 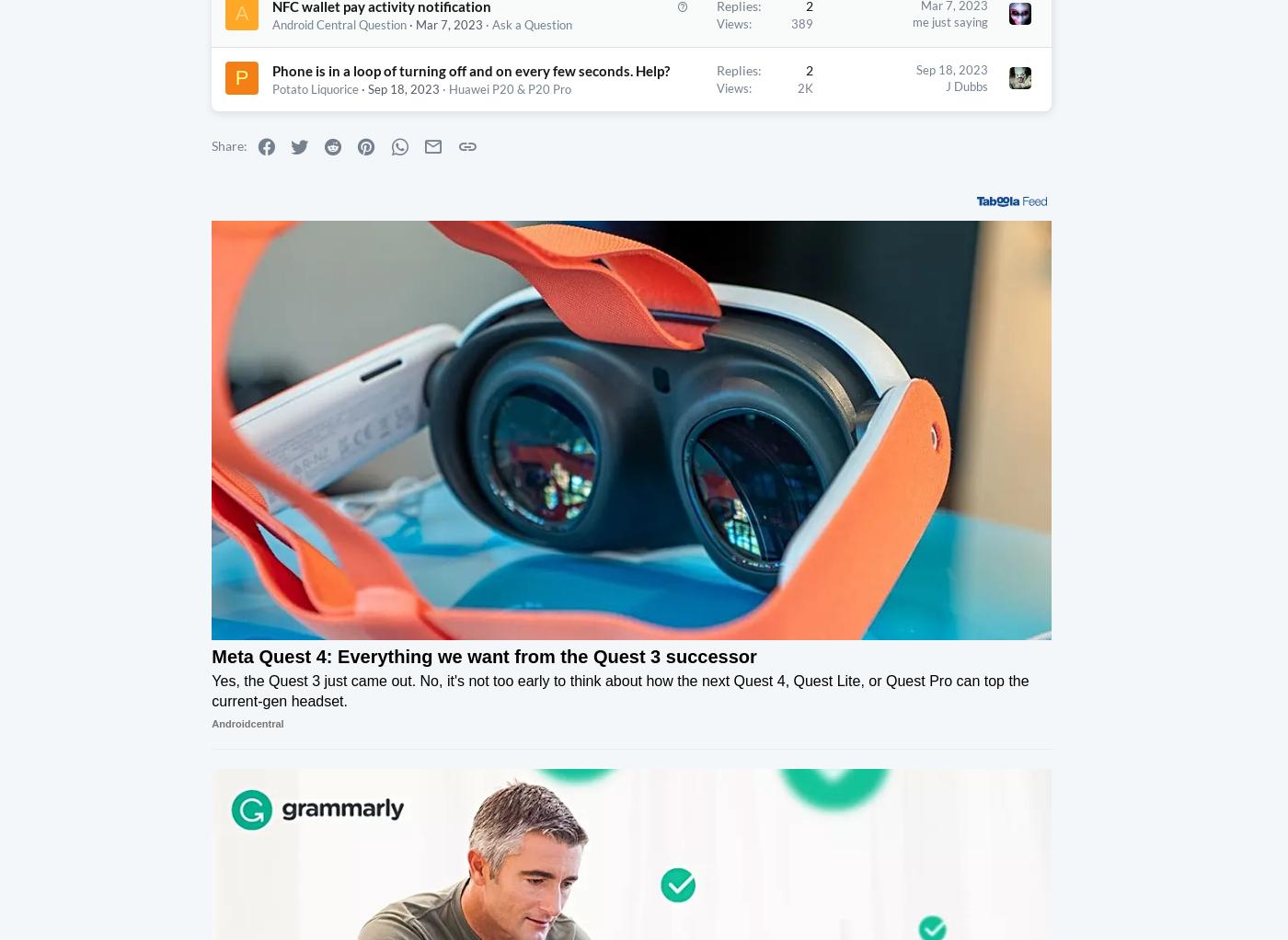 What do you see at coordinates (1246, 353) in the screenshot?
I see `'938,501'` at bounding box center [1246, 353].